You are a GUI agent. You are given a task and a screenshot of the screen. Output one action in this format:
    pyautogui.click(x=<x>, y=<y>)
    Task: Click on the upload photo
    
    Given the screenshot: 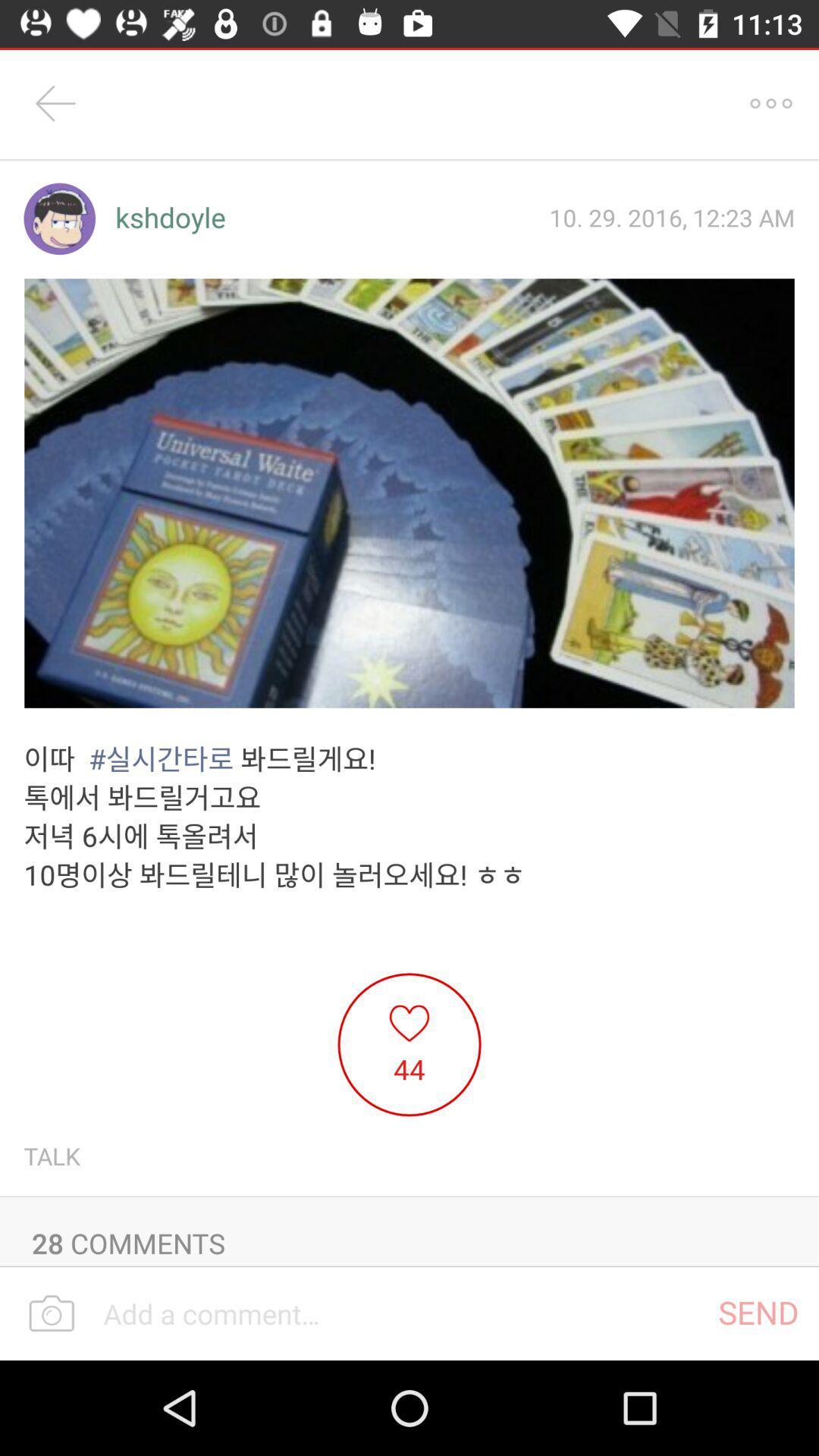 What is the action you would take?
    pyautogui.click(x=51, y=1313)
    